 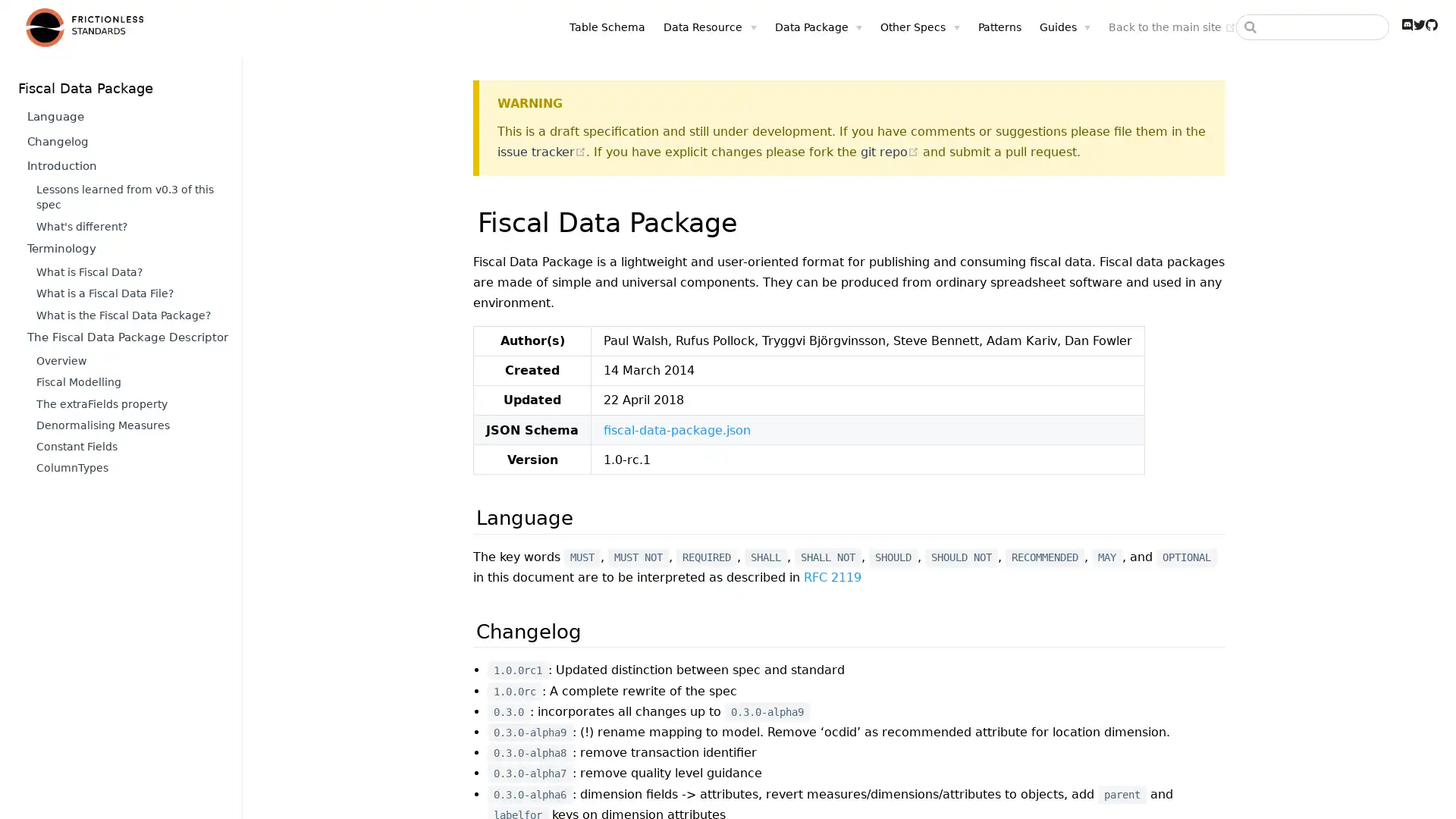 What do you see at coordinates (1063, 27) in the screenshot?
I see `Guides` at bounding box center [1063, 27].